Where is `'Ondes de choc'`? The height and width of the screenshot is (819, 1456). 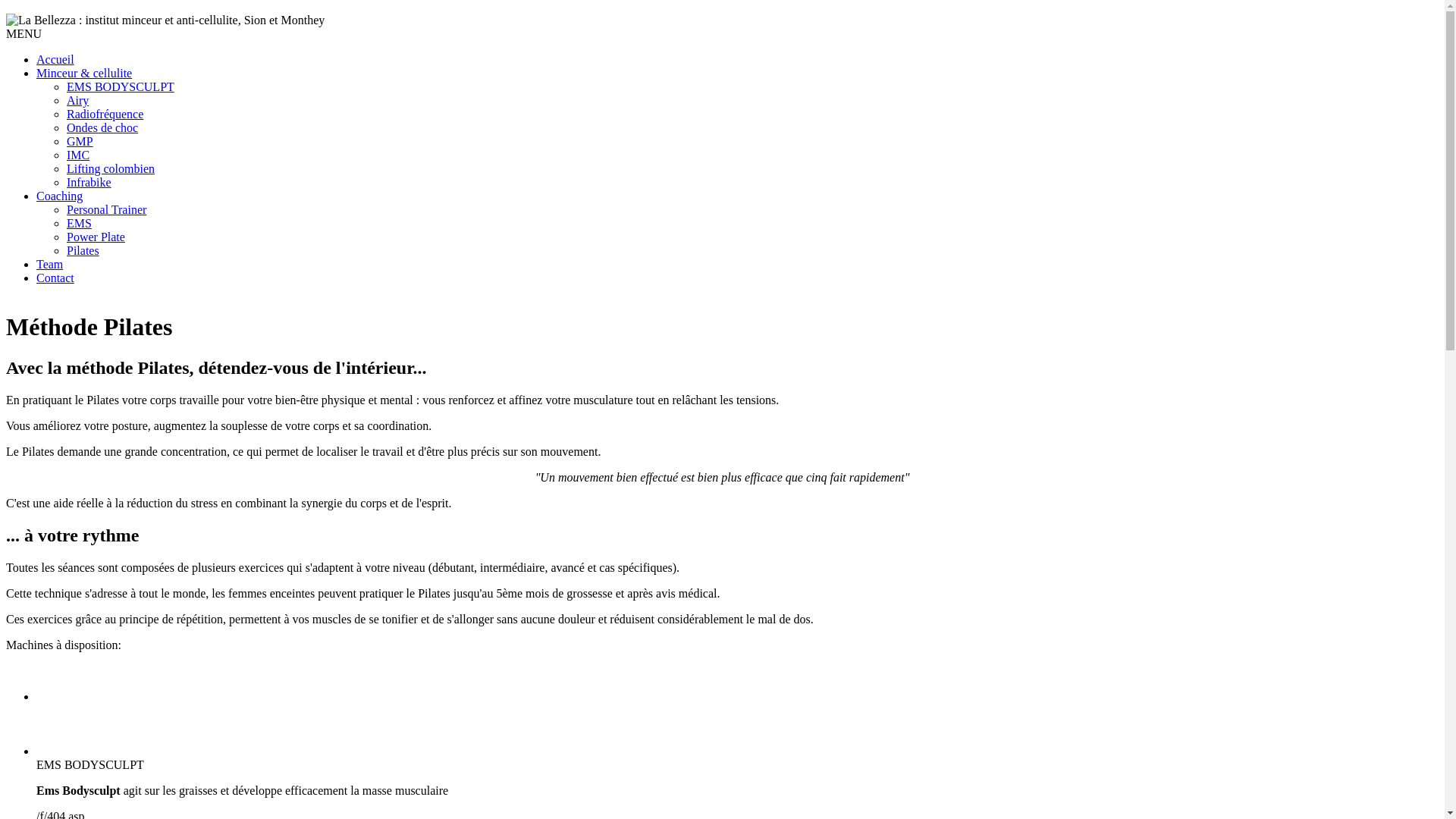
'Ondes de choc' is located at coordinates (101, 127).